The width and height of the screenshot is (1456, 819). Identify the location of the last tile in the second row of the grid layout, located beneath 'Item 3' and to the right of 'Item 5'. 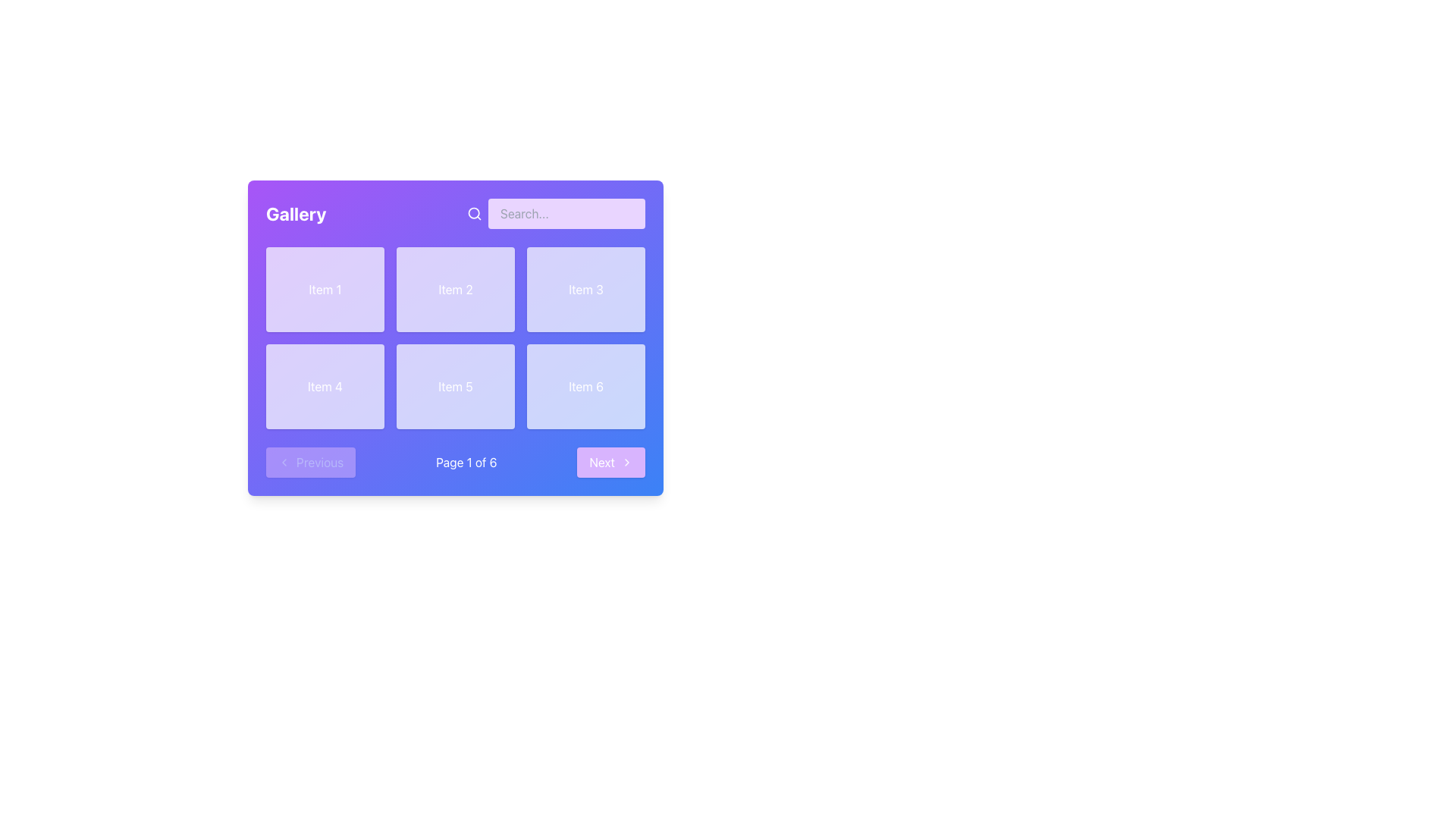
(585, 385).